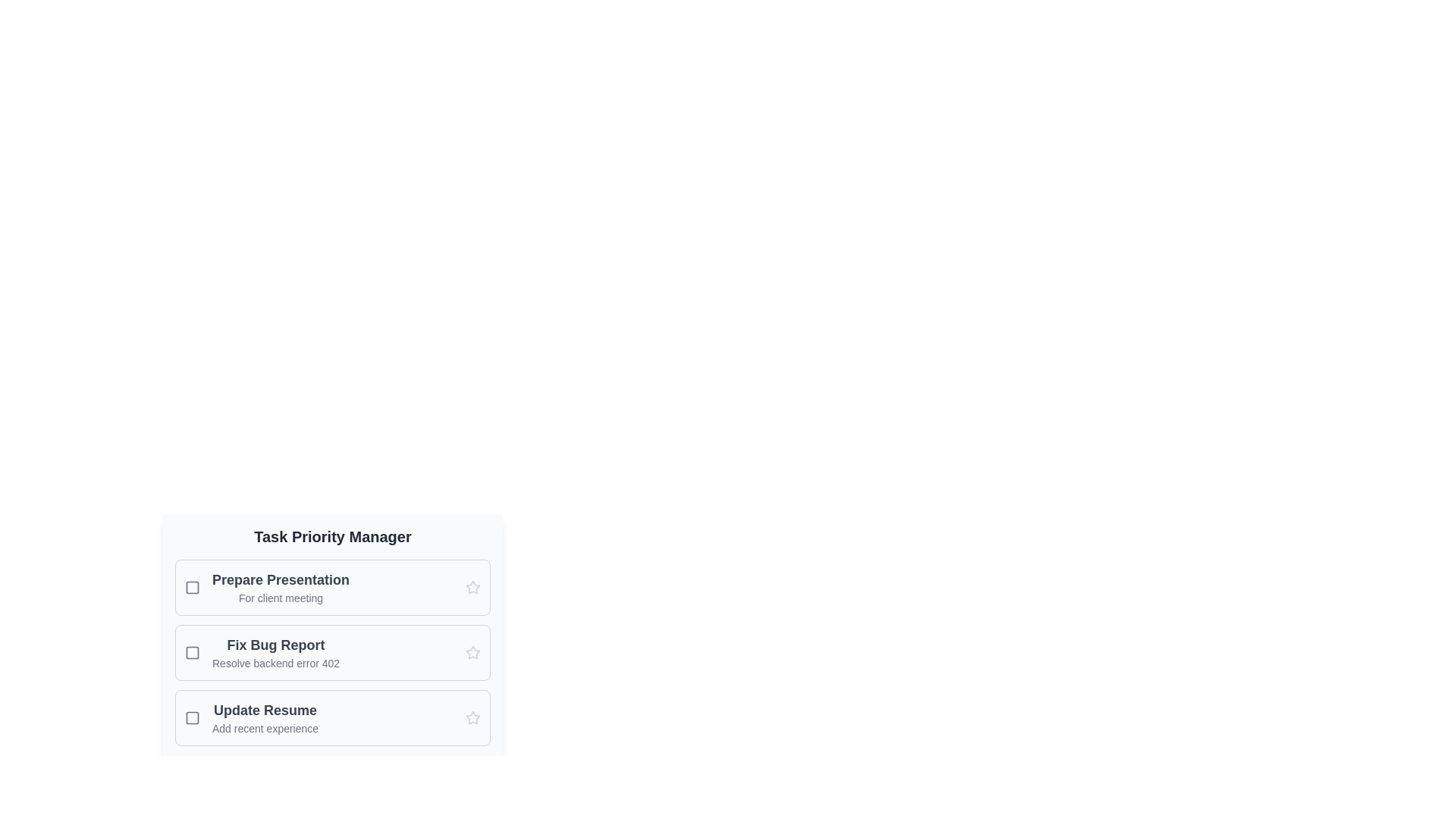 The height and width of the screenshot is (819, 1456). I want to click on the static text label that serves as the title for the first task in the 'Task Priority Manager' list, located above the 'For client meeting' subtext and to the right of the checkbox, so click(281, 579).